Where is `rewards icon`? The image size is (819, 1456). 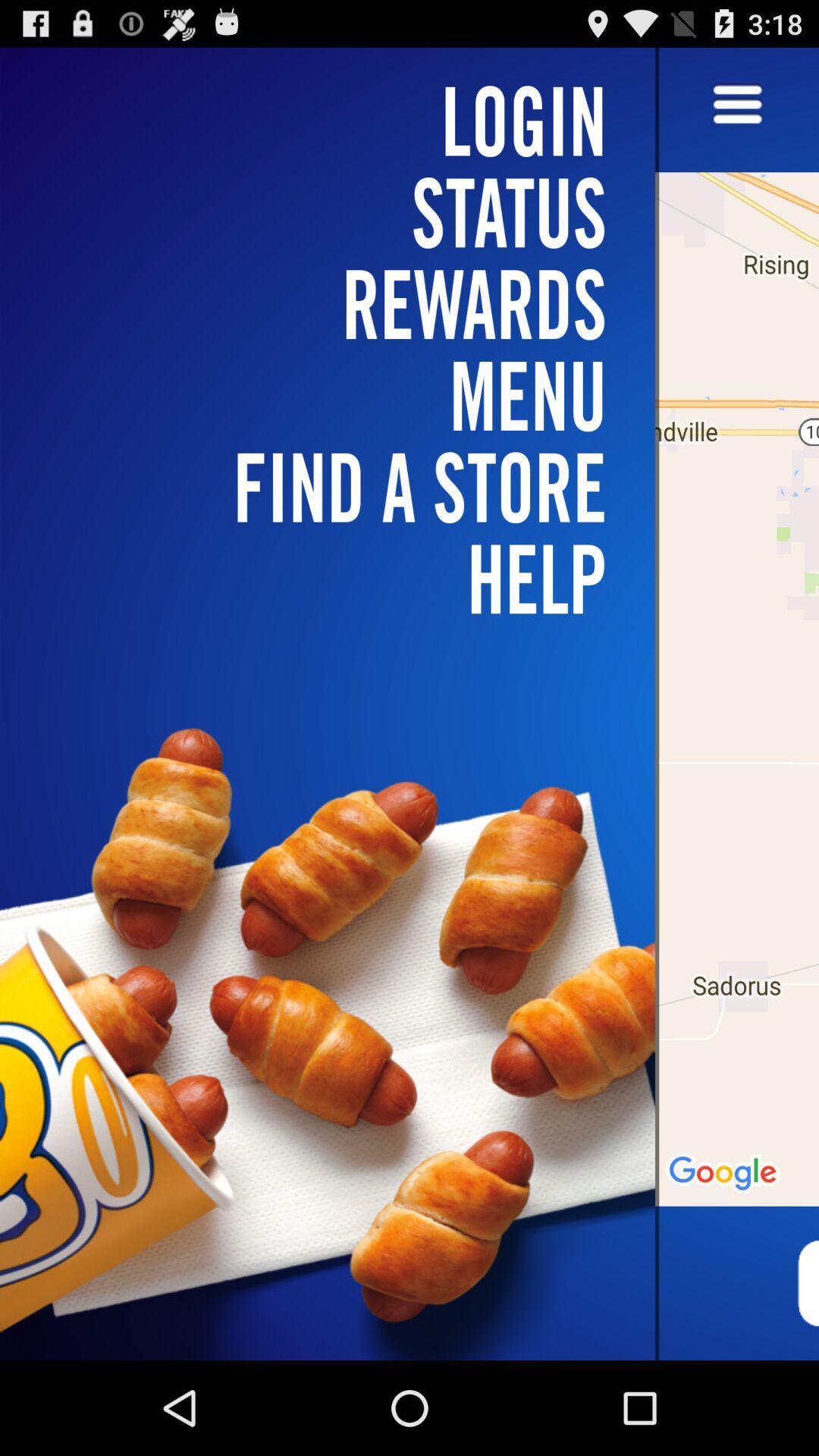
rewards icon is located at coordinates (336, 303).